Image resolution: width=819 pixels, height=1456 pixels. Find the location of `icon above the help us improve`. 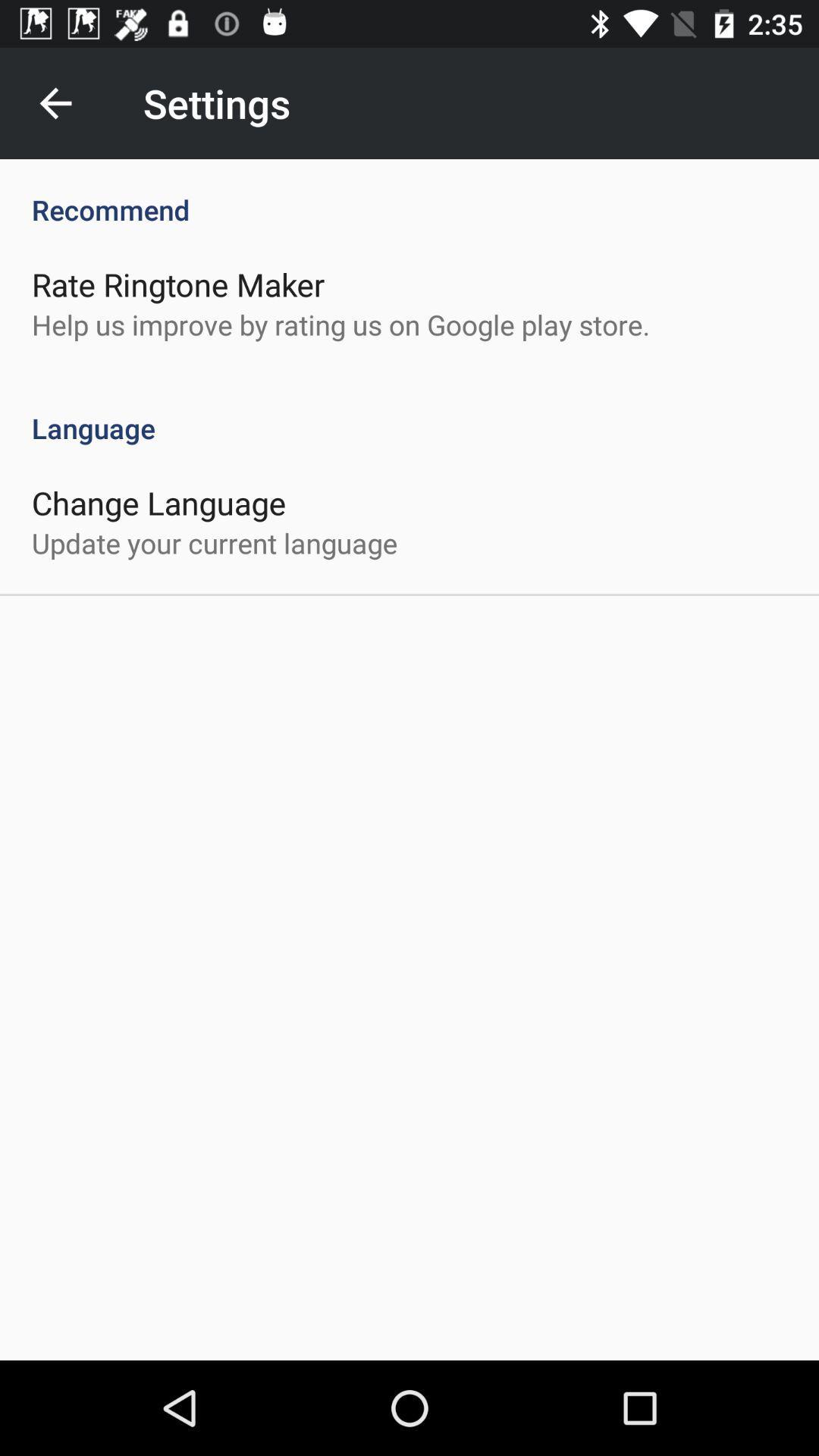

icon above the help us improve is located at coordinates (177, 284).